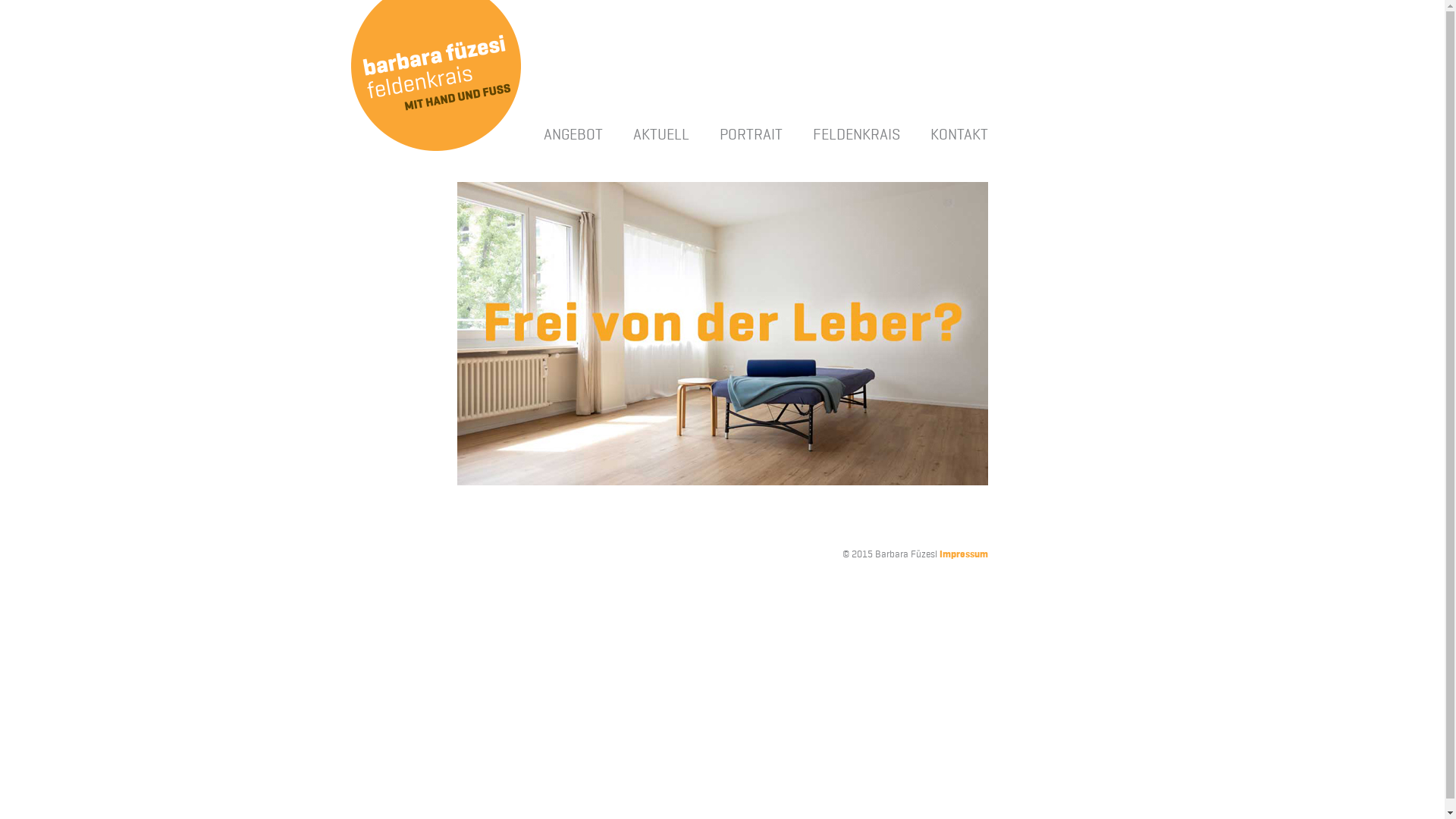 Image resolution: width=1456 pixels, height=819 pixels. What do you see at coordinates (928, 133) in the screenshot?
I see `'KONTAKT'` at bounding box center [928, 133].